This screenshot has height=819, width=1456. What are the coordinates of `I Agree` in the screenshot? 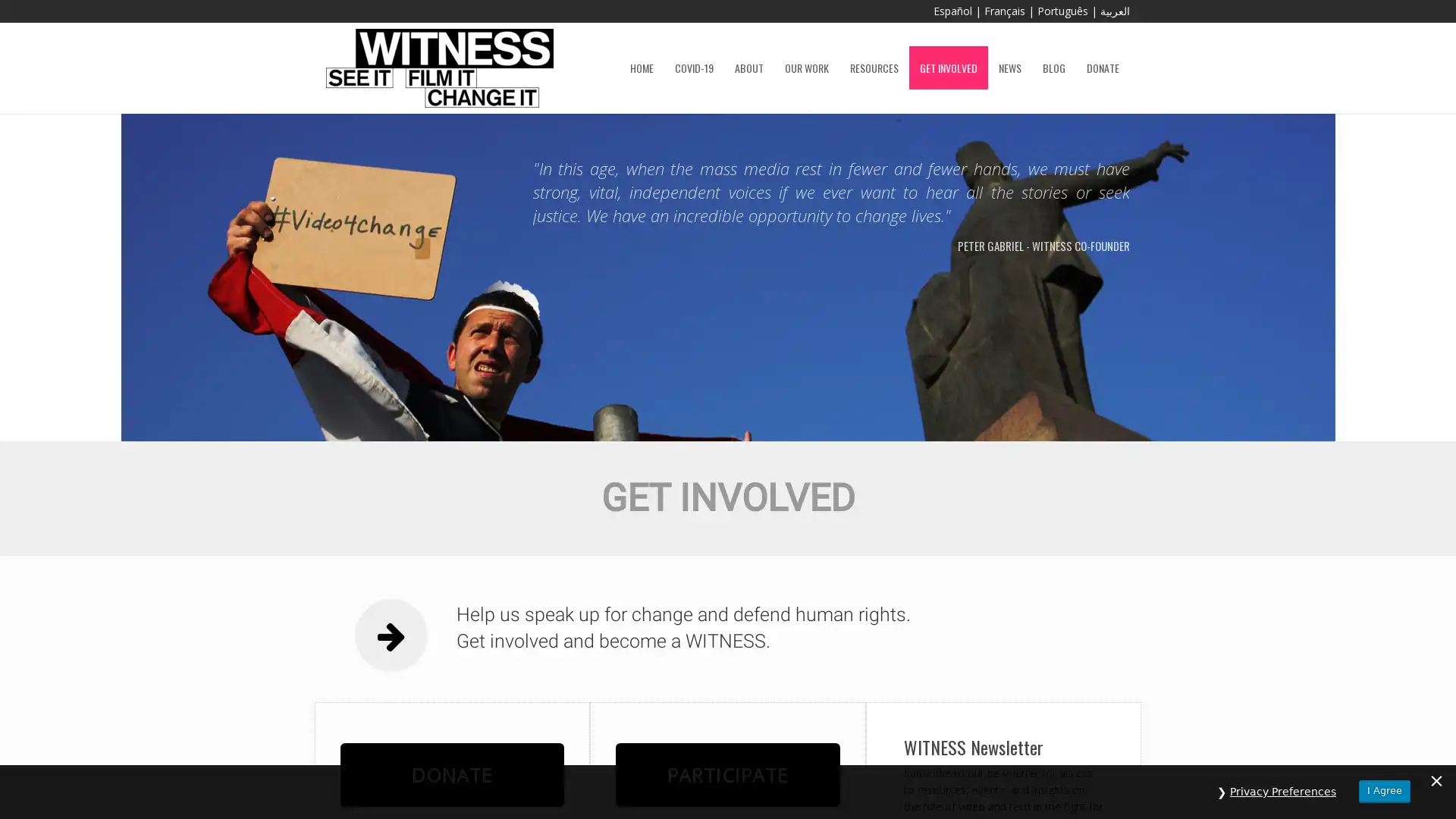 It's located at (1384, 790).